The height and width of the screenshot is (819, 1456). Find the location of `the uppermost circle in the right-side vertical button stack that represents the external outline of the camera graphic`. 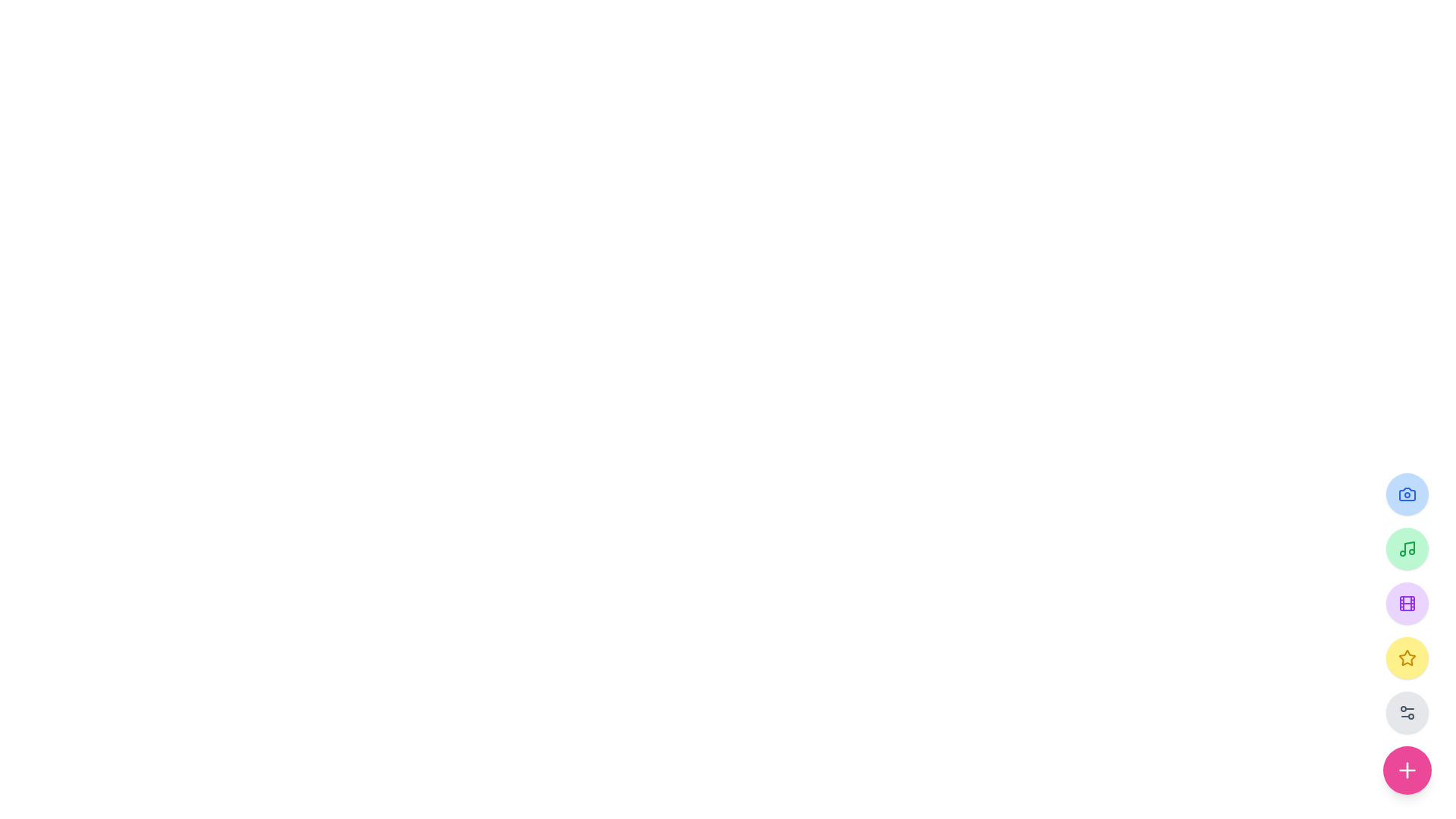

the uppermost circle in the right-side vertical button stack that represents the external outline of the camera graphic is located at coordinates (1407, 494).